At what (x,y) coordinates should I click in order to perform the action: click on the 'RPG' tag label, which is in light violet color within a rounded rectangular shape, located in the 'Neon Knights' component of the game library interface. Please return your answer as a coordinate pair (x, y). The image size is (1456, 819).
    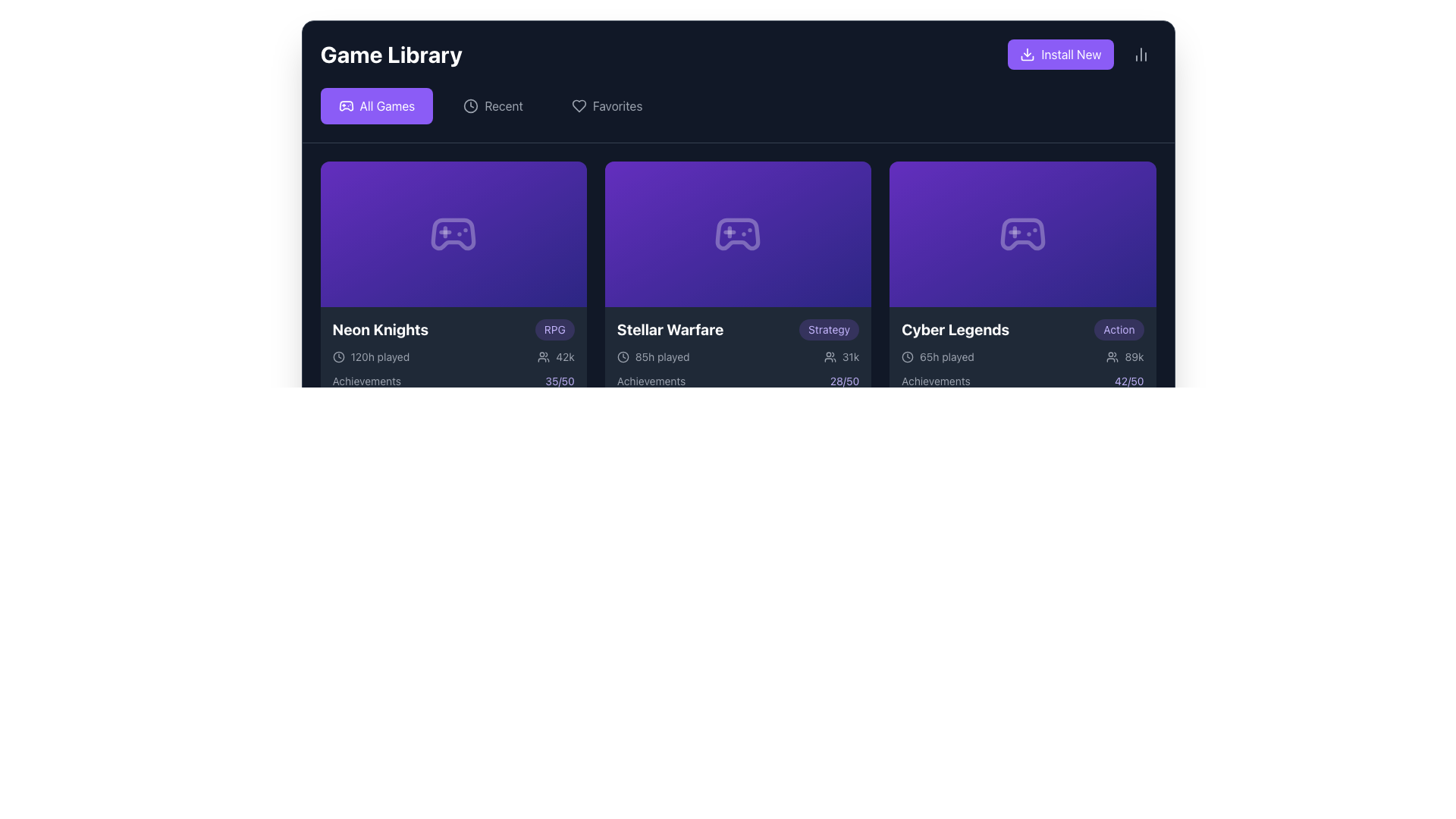
    Looking at the image, I should click on (554, 329).